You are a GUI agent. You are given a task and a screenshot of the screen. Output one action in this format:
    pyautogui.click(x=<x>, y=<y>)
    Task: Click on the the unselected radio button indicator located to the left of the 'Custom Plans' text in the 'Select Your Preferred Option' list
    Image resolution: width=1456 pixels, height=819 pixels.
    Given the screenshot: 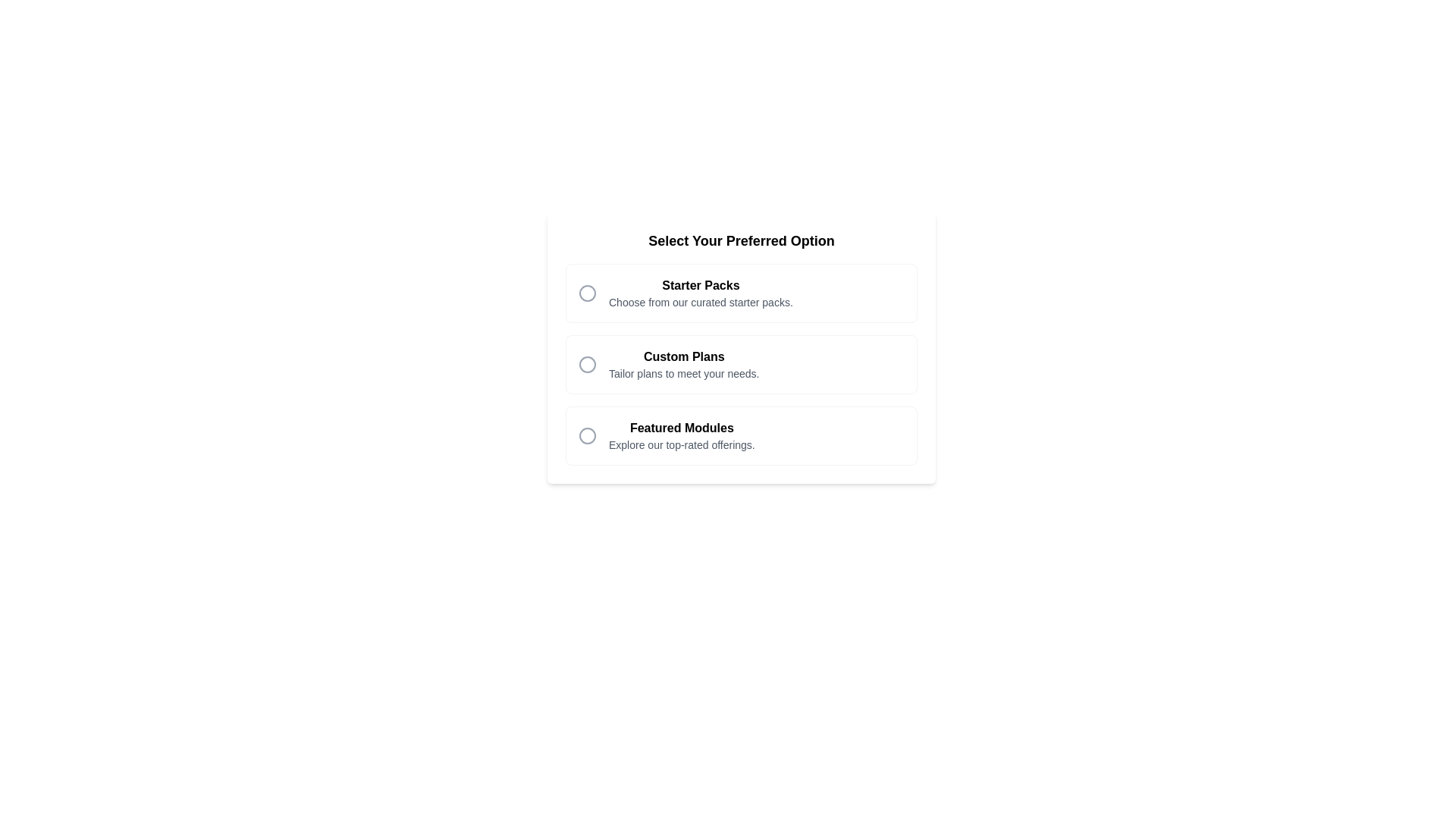 What is the action you would take?
    pyautogui.click(x=586, y=365)
    